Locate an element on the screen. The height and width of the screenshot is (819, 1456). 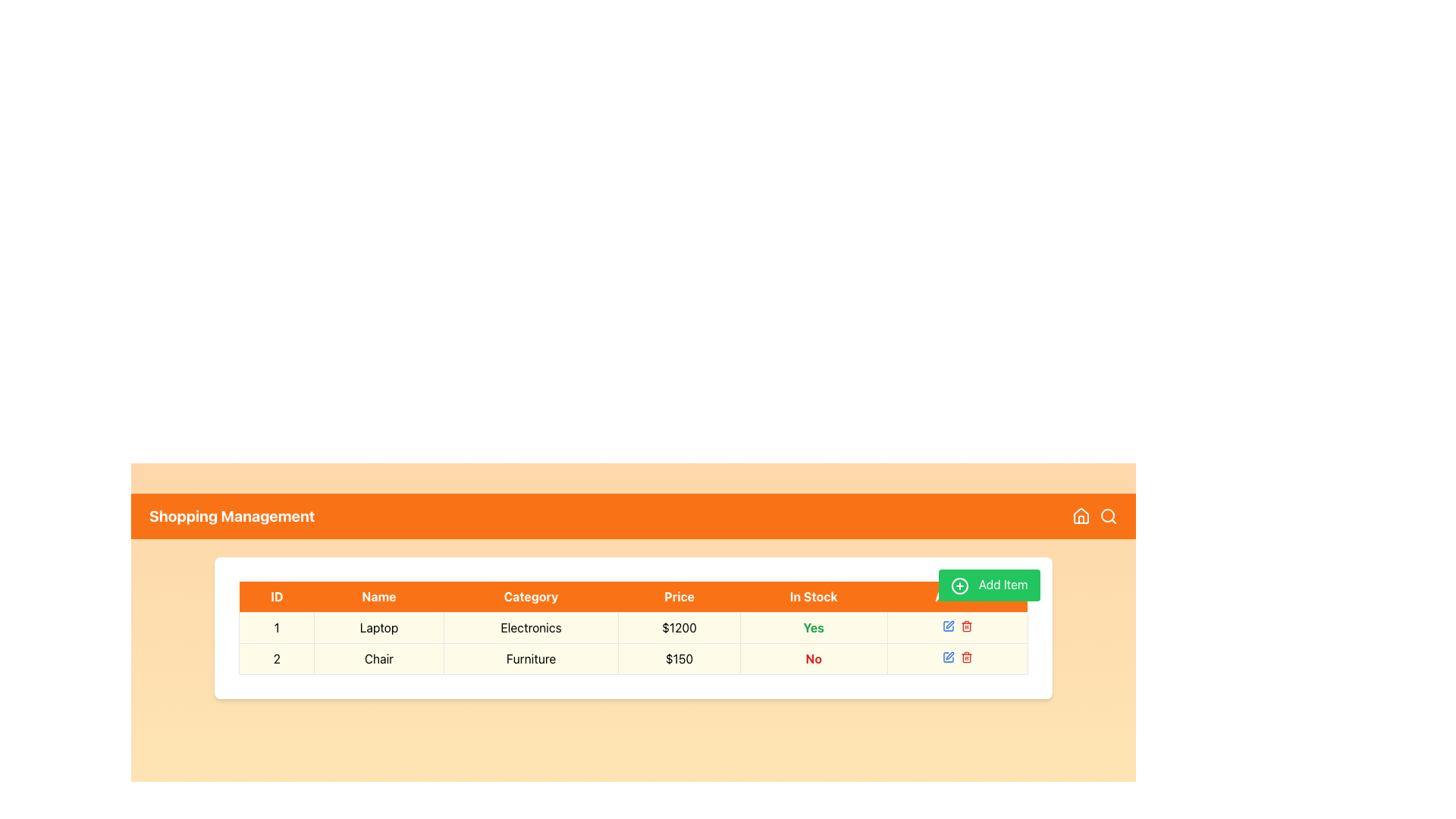
the clickable icon in the last column of the second product's row to possibly display a tooltip is located at coordinates (947, 626).